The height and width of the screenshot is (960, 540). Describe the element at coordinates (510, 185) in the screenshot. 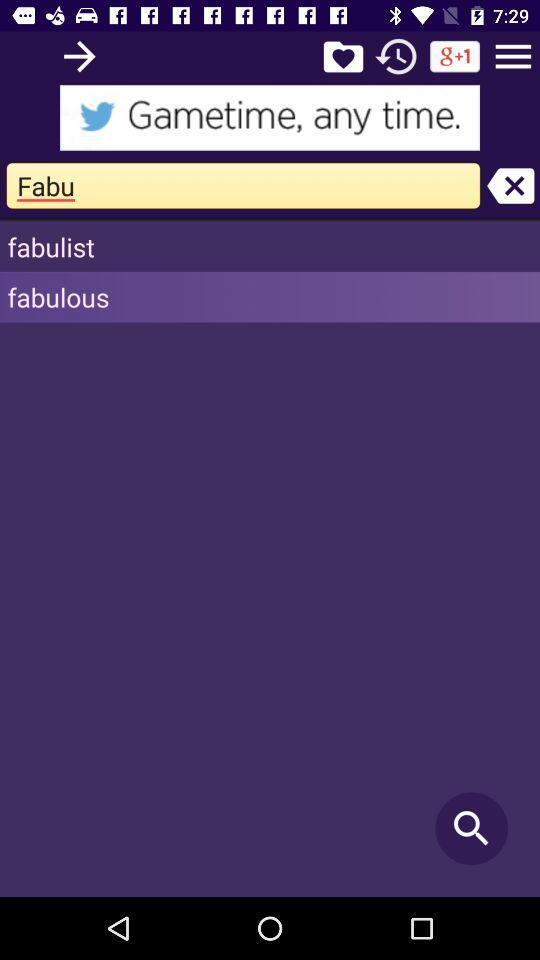

I see `clear the search` at that location.